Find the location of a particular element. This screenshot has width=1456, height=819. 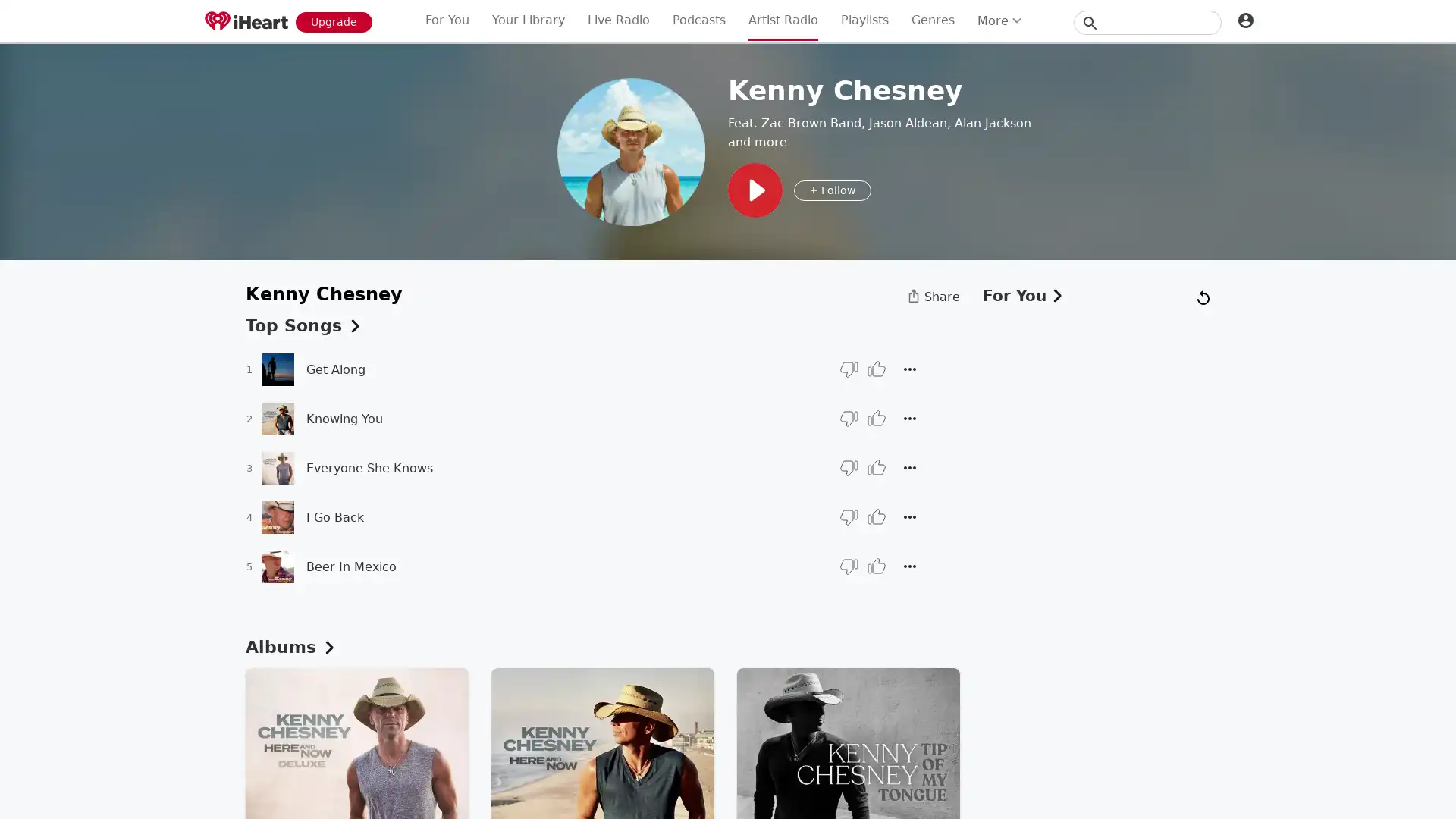

Add to Playlist Button is located at coordinates (640, 782).